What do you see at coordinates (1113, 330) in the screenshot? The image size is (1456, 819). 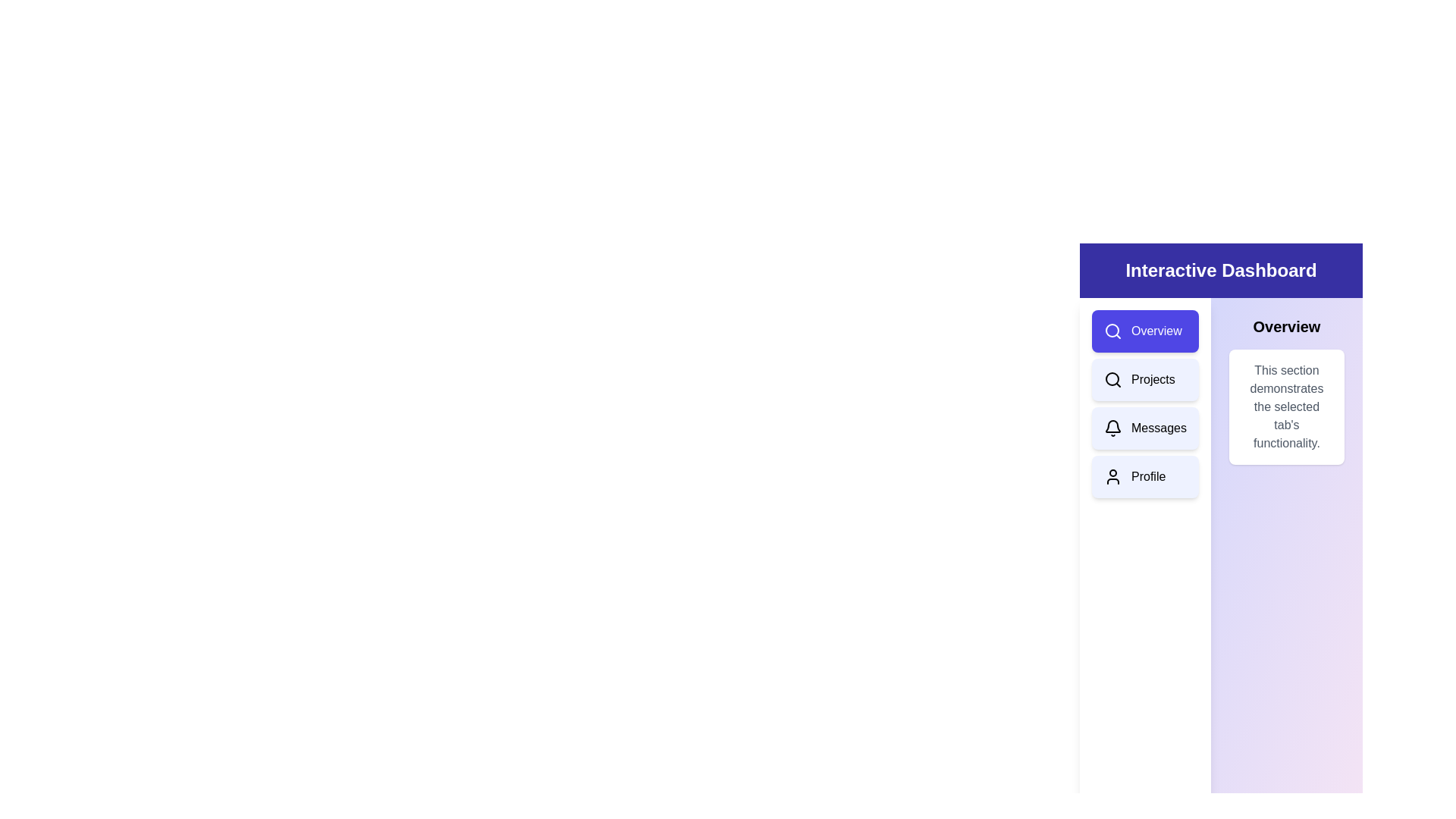 I see `the magnifying glass icon representing the search function, which is located in the sidebar menu next to the 'Overview' text` at bounding box center [1113, 330].